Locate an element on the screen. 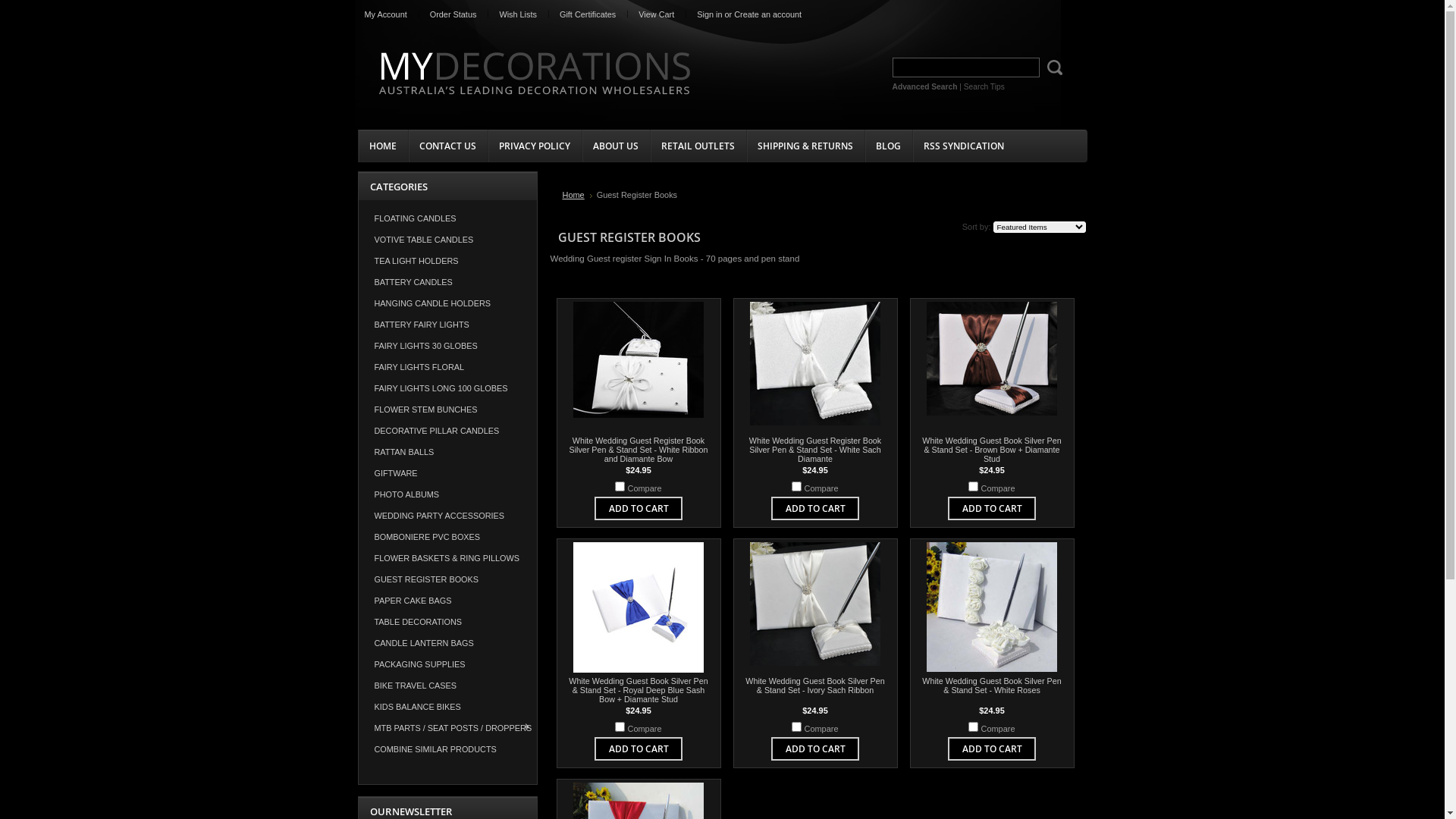 This screenshot has width=1456, height=819. 'ADD TO CART' is located at coordinates (960, 508).